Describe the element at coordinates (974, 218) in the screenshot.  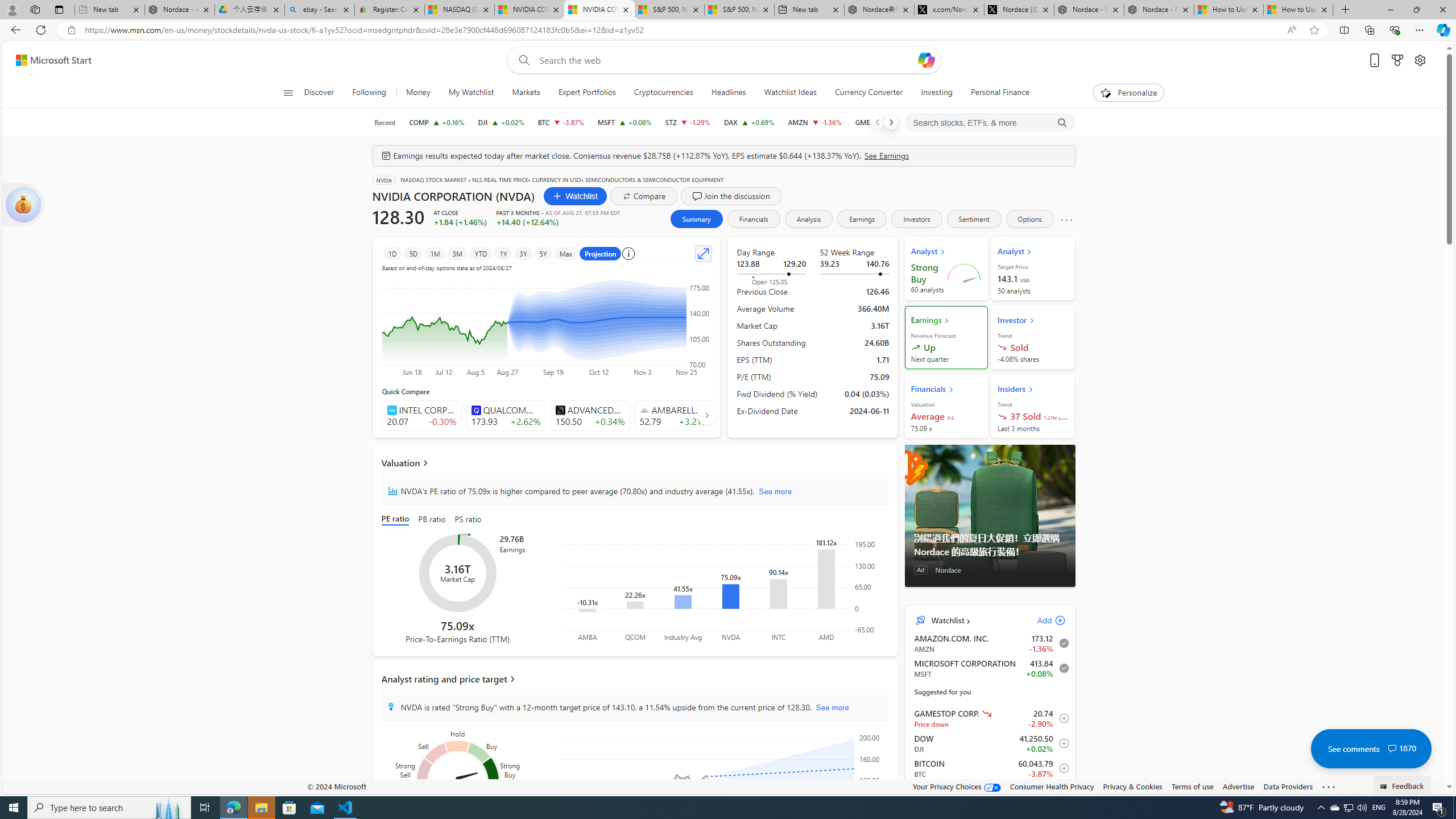
I see `'Sentiment'` at that location.